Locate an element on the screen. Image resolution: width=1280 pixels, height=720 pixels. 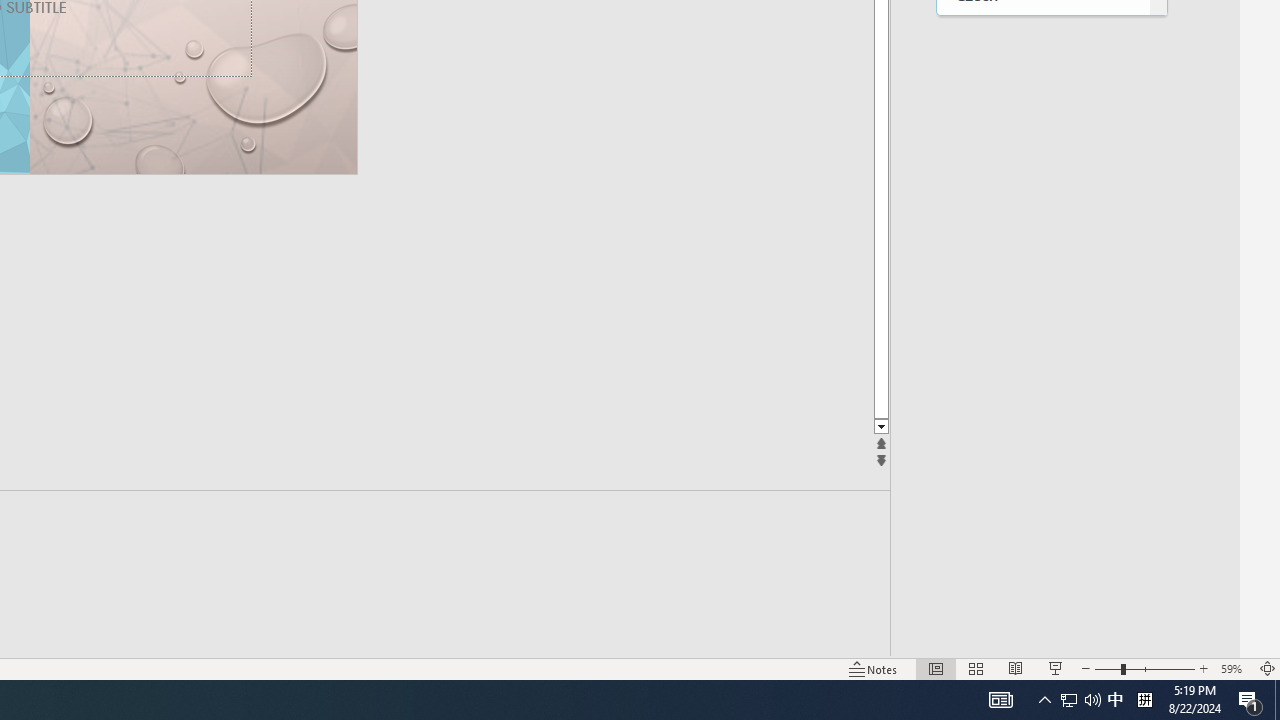
'Divehi' is located at coordinates (1042, 116).